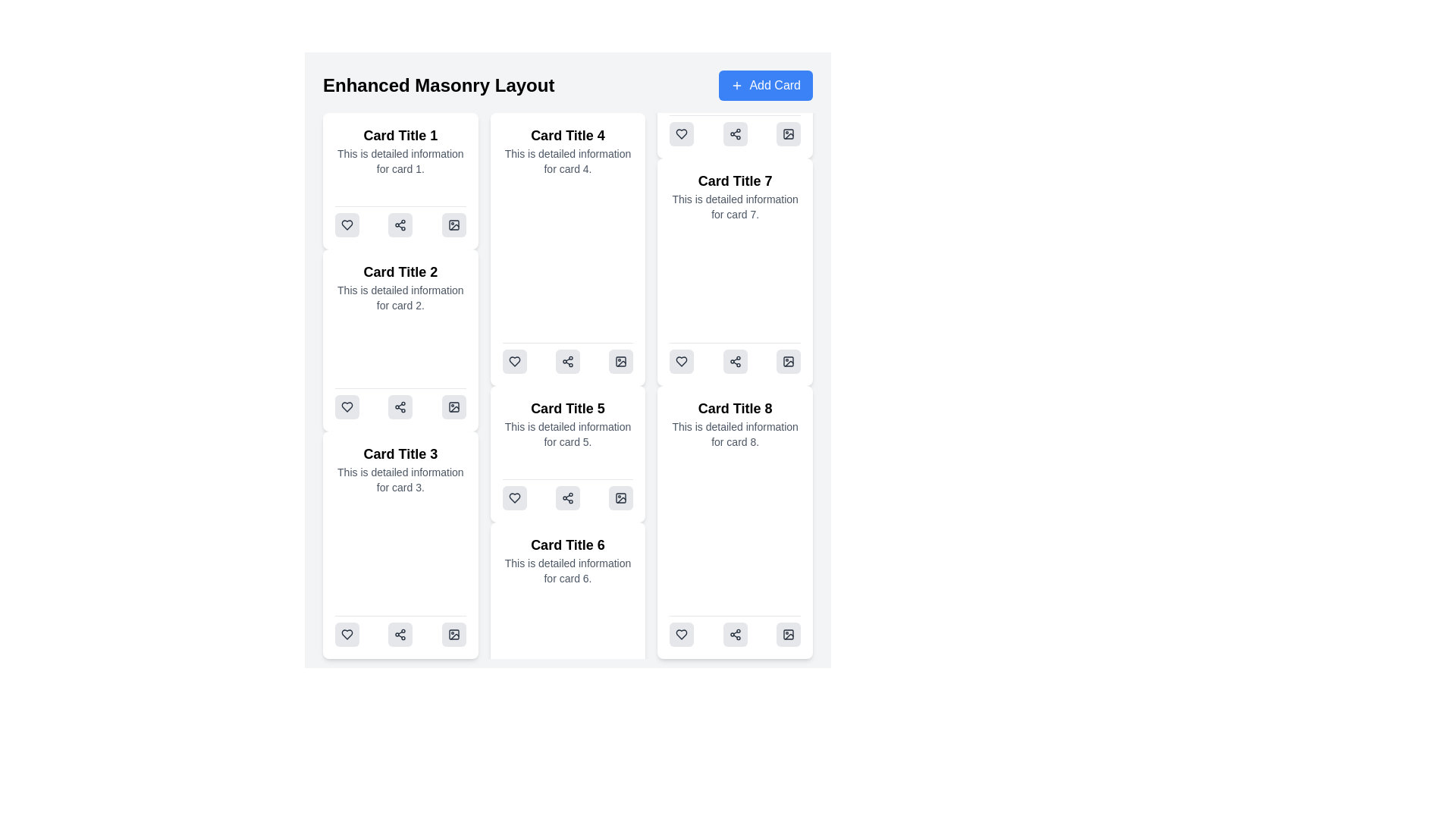 The image size is (1456, 819). What do you see at coordinates (789, 635) in the screenshot?
I see `the square button with a light gray background and an image icon, which is the third button in a horizontal row at the bottom-right corner of 'Card Title 8'` at bounding box center [789, 635].